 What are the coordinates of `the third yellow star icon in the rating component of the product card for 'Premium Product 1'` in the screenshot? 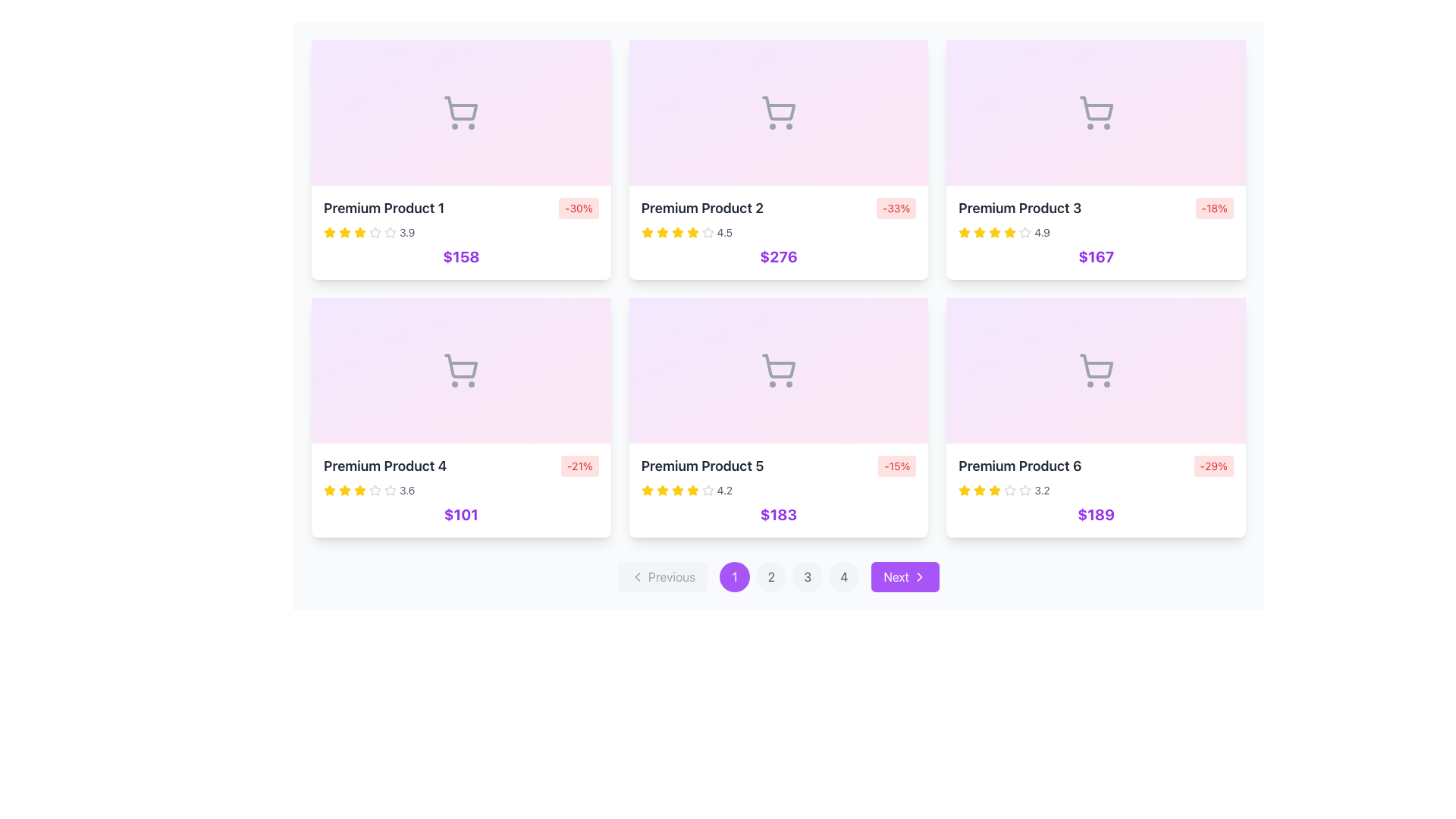 It's located at (344, 233).